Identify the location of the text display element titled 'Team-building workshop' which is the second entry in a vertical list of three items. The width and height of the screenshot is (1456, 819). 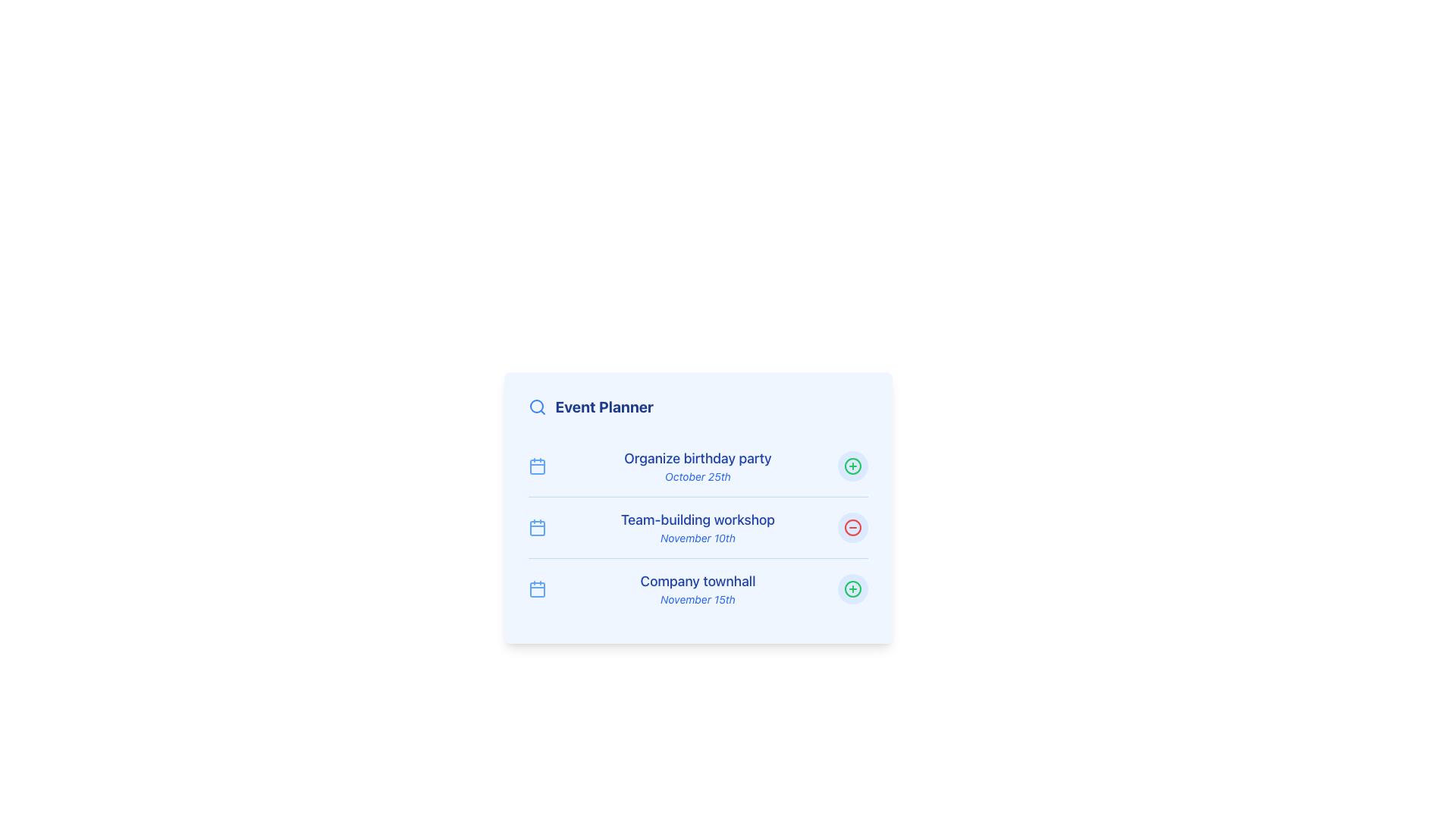
(697, 526).